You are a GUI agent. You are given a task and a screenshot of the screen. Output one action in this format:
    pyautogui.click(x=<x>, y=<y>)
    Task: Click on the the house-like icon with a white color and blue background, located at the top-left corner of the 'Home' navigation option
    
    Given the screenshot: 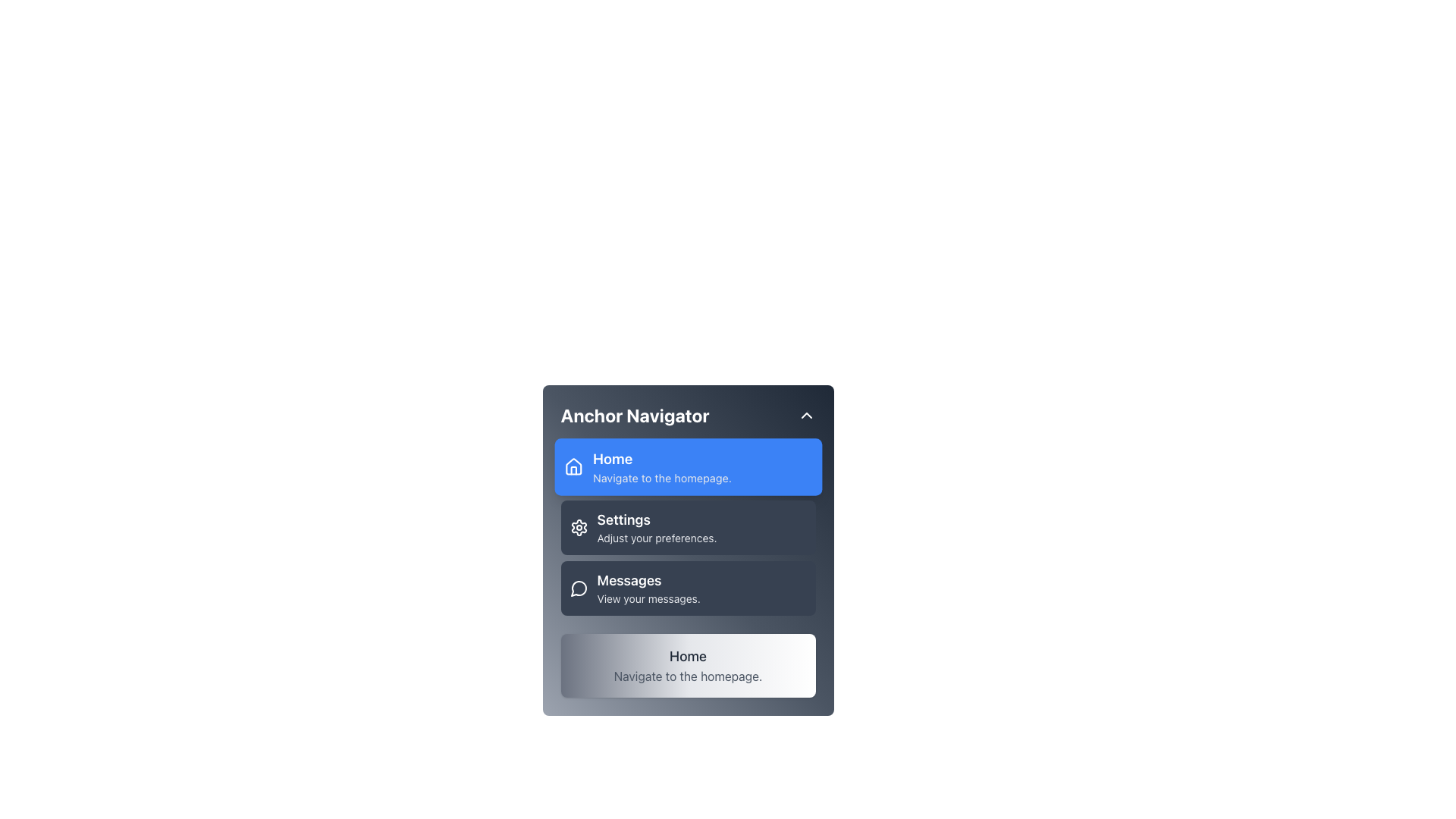 What is the action you would take?
    pyautogui.click(x=573, y=466)
    